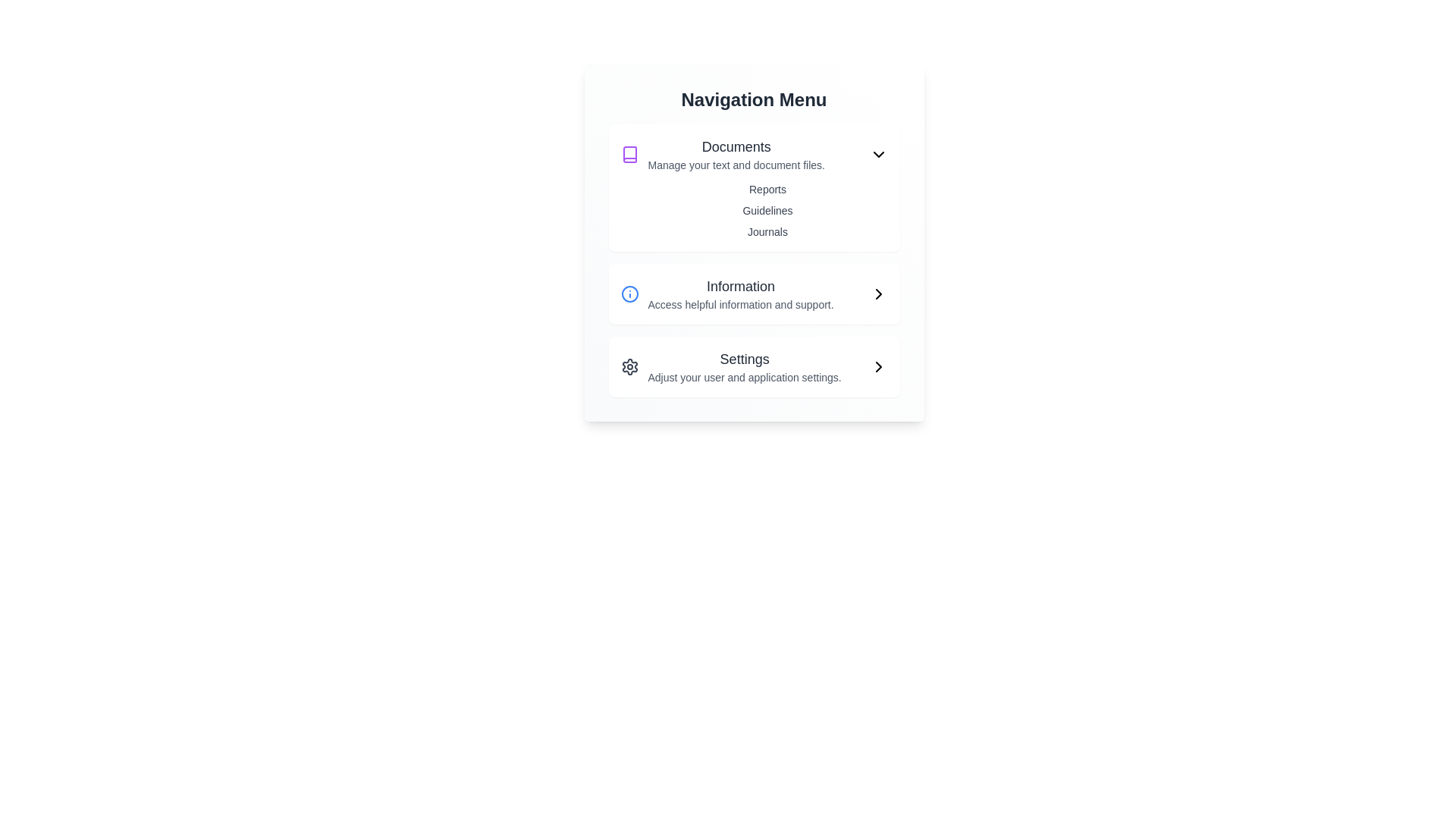  Describe the element at coordinates (736, 155) in the screenshot. I see `the top menu entry in the Navigation Menu` at that location.